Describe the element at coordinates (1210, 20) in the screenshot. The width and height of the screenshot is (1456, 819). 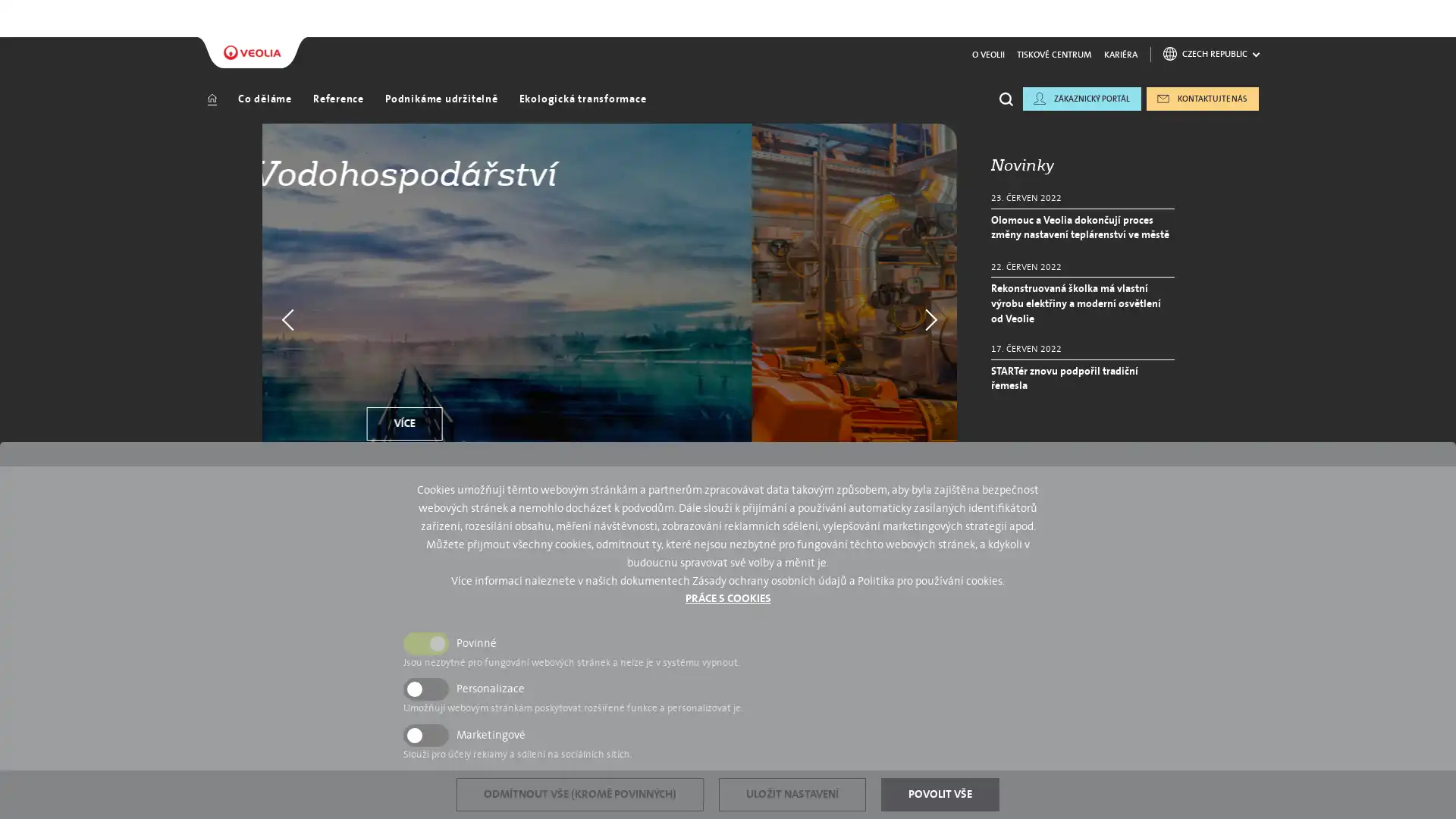
I see `CZECH REPUBLIC` at that location.